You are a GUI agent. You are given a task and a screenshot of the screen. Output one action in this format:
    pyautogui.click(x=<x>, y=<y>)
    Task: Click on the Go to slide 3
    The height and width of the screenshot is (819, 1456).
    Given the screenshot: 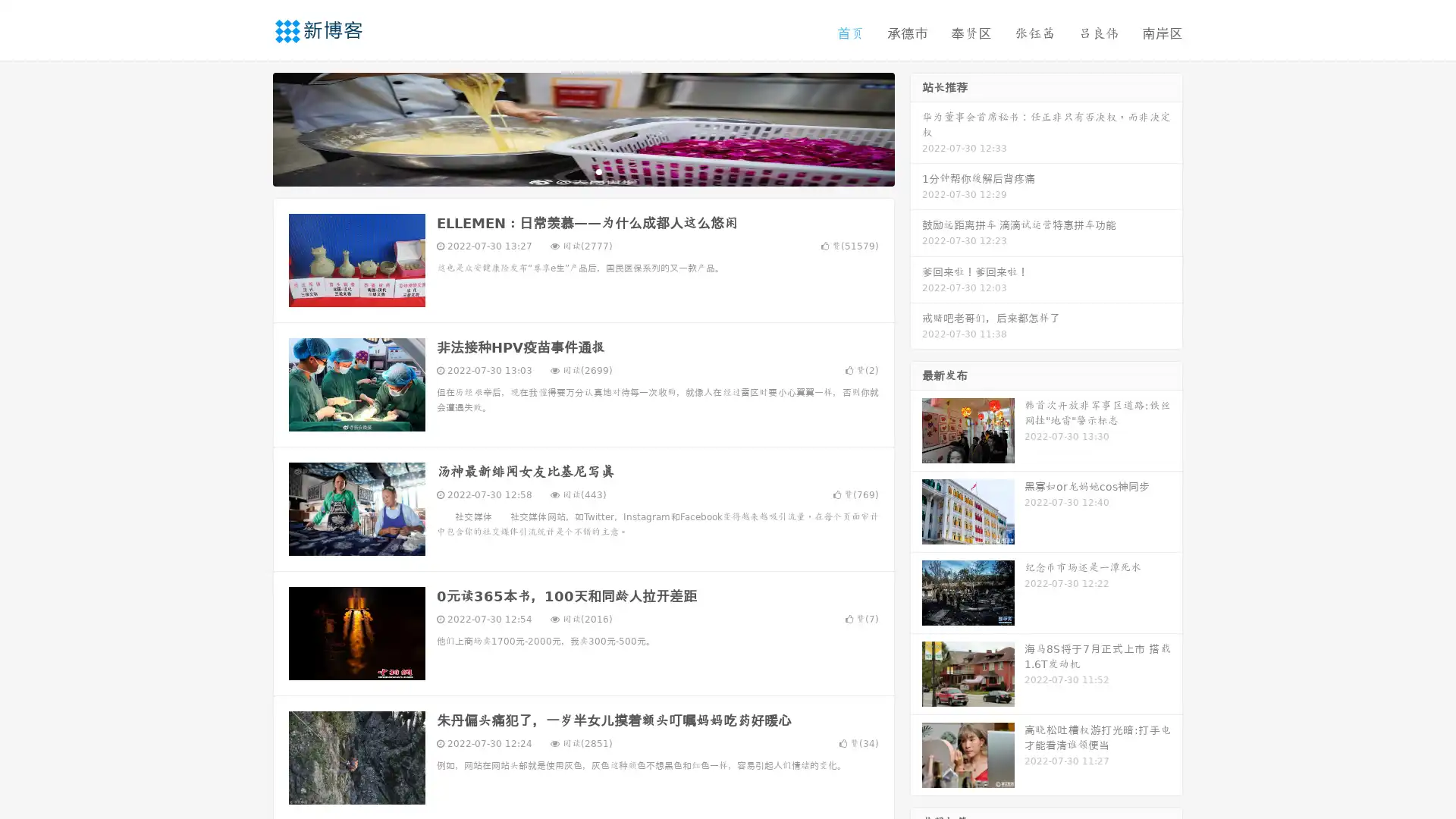 What is the action you would take?
    pyautogui.click(x=598, y=171)
    